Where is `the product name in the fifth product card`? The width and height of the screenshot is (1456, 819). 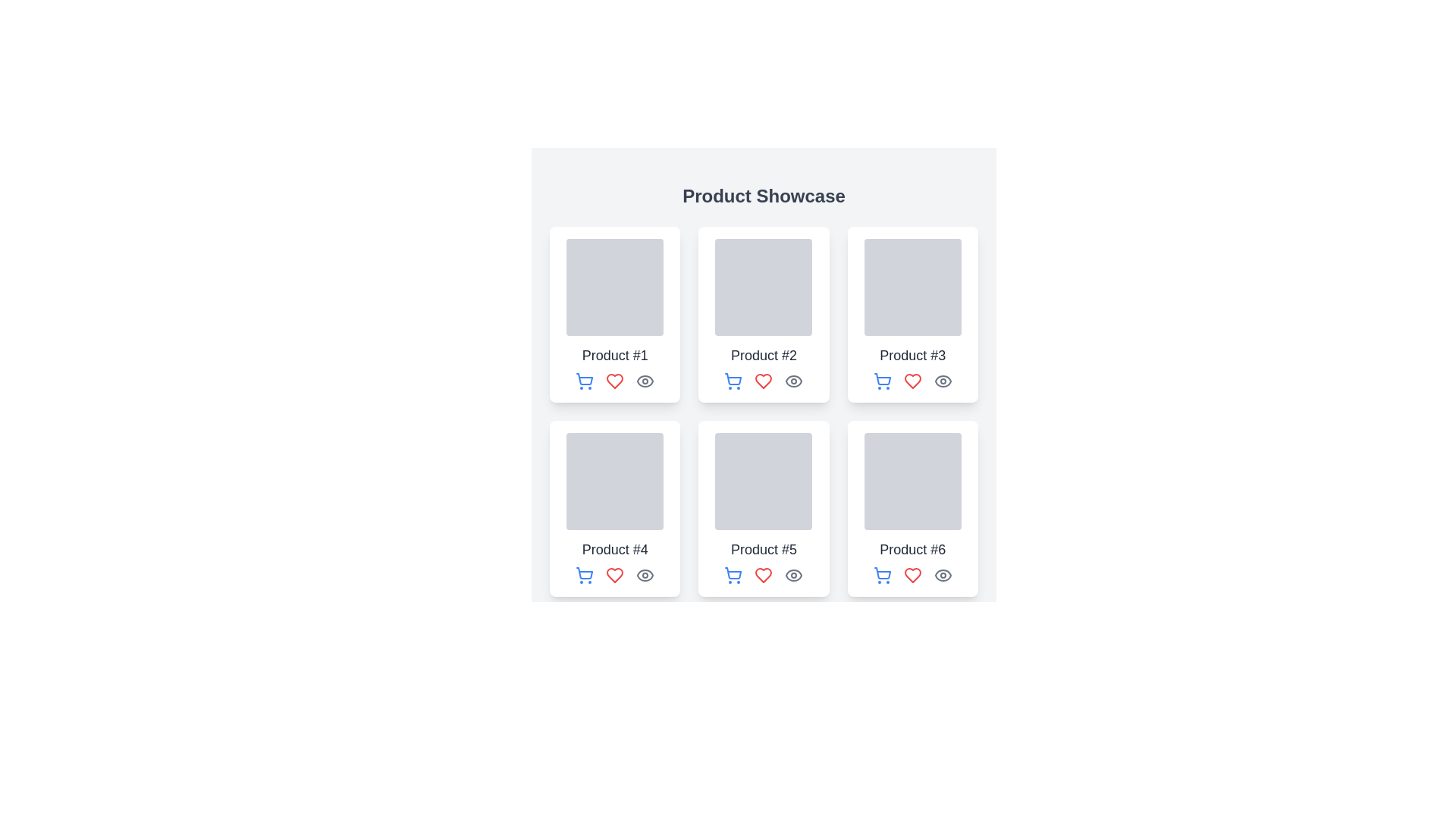
the product name in the fifth product card is located at coordinates (764, 509).